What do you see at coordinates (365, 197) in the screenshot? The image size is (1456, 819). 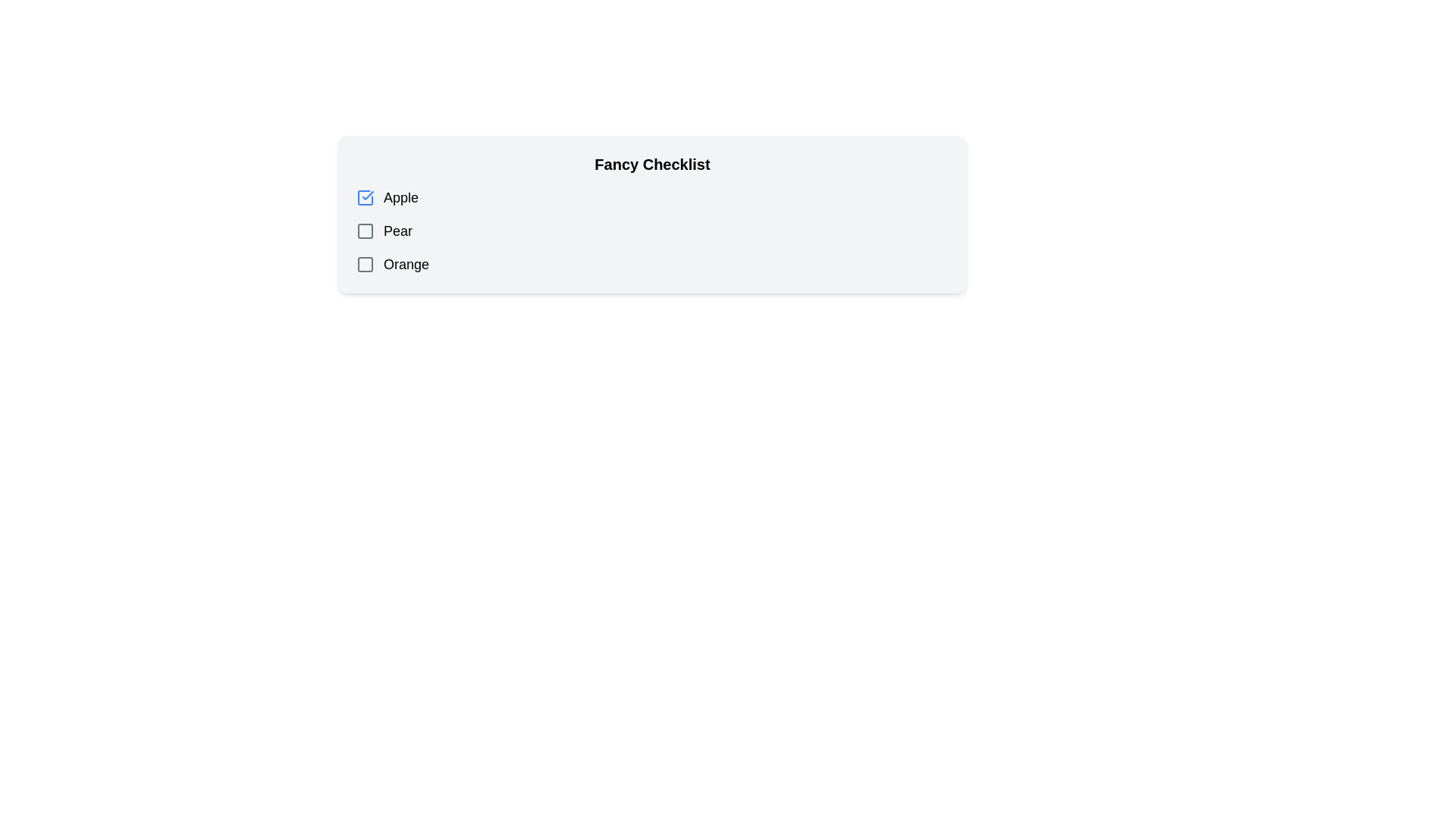 I see `the checkbox associated with the label 'Apple'` at bounding box center [365, 197].